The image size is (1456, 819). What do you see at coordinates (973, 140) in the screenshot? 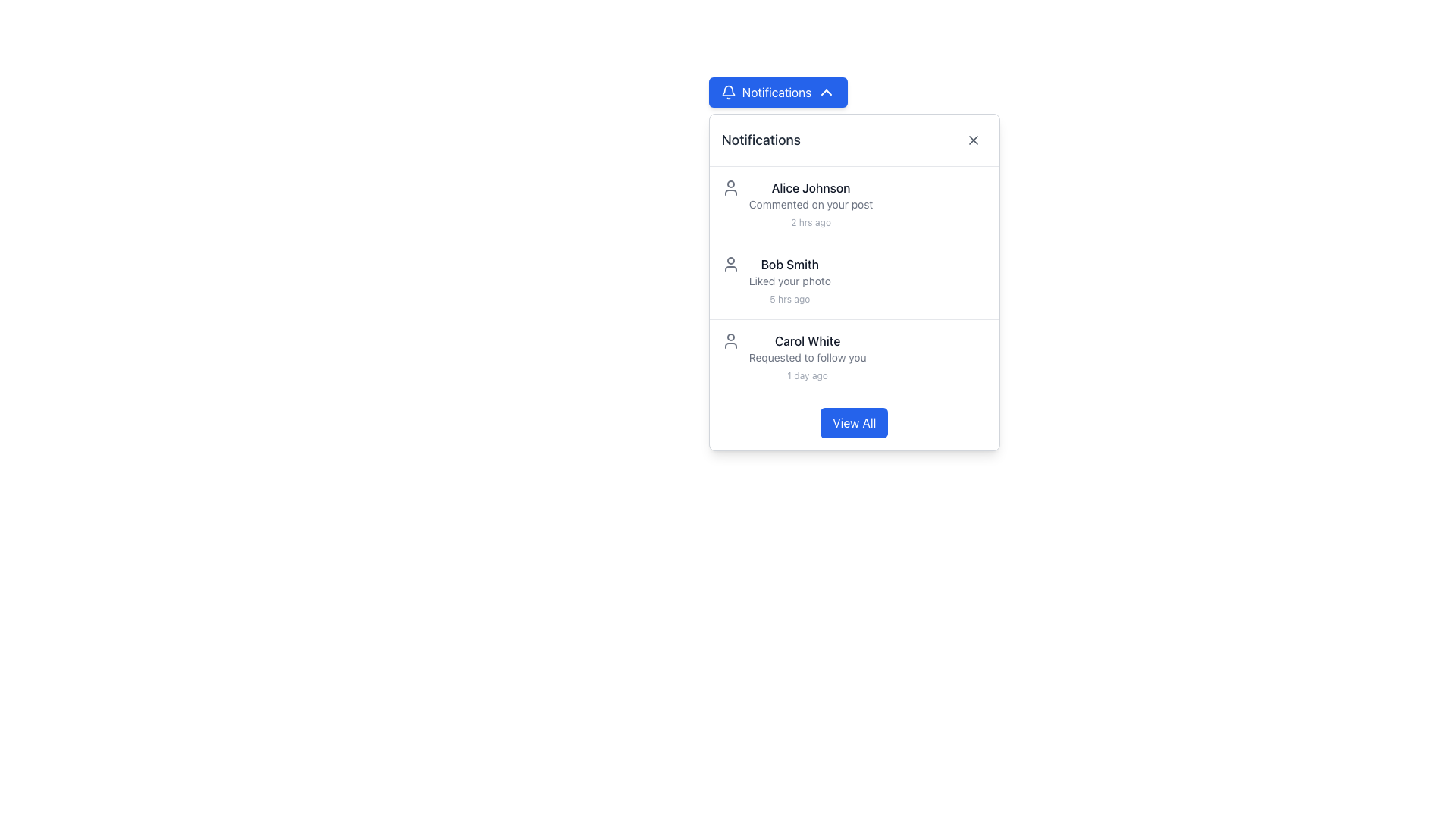
I see `the close or delete icon in the notification dropdown menu, located near the title 'Notifications'` at bounding box center [973, 140].